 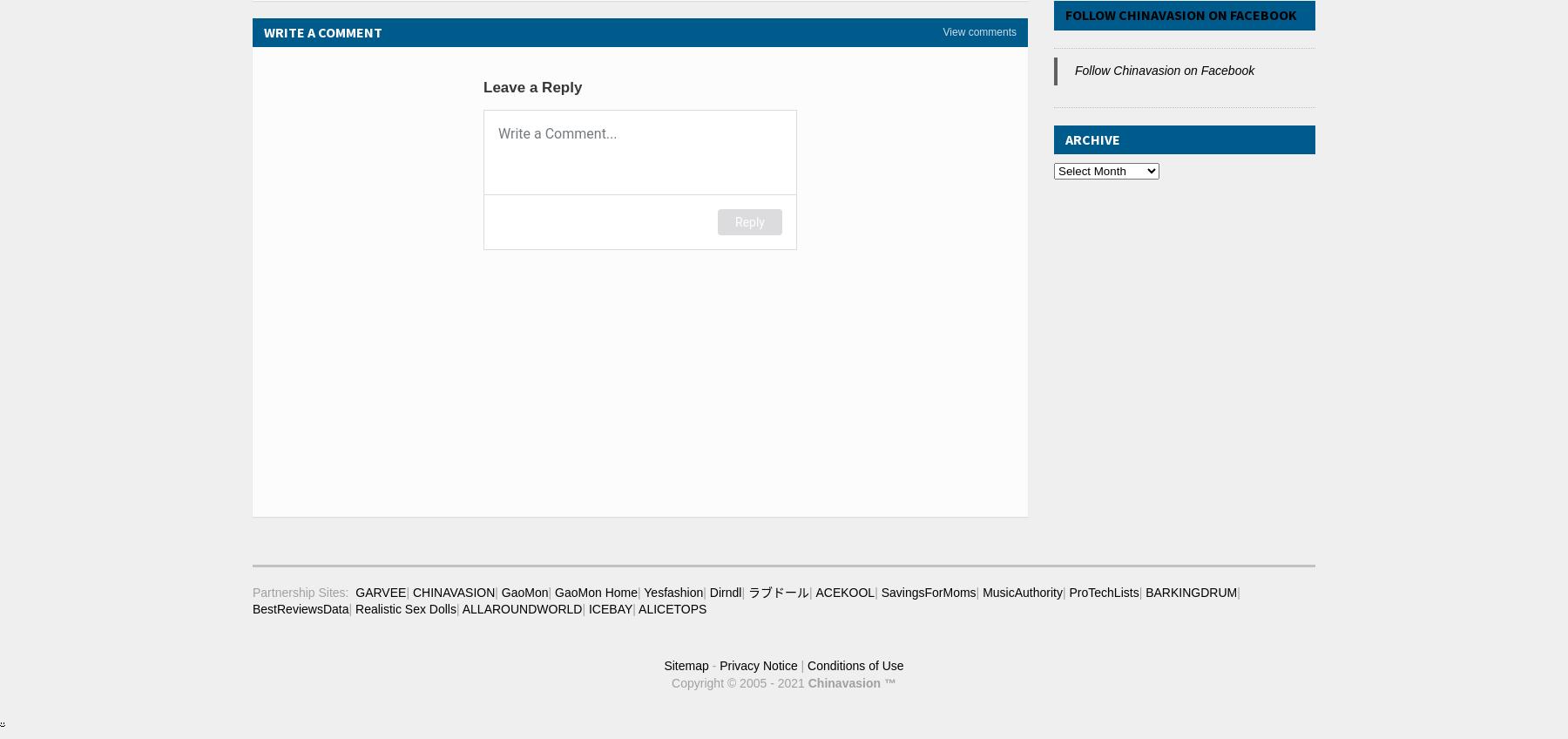 What do you see at coordinates (1104, 590) in the screenshot?
I see `'ProTechLists'` at bounding box center [1104, 590].